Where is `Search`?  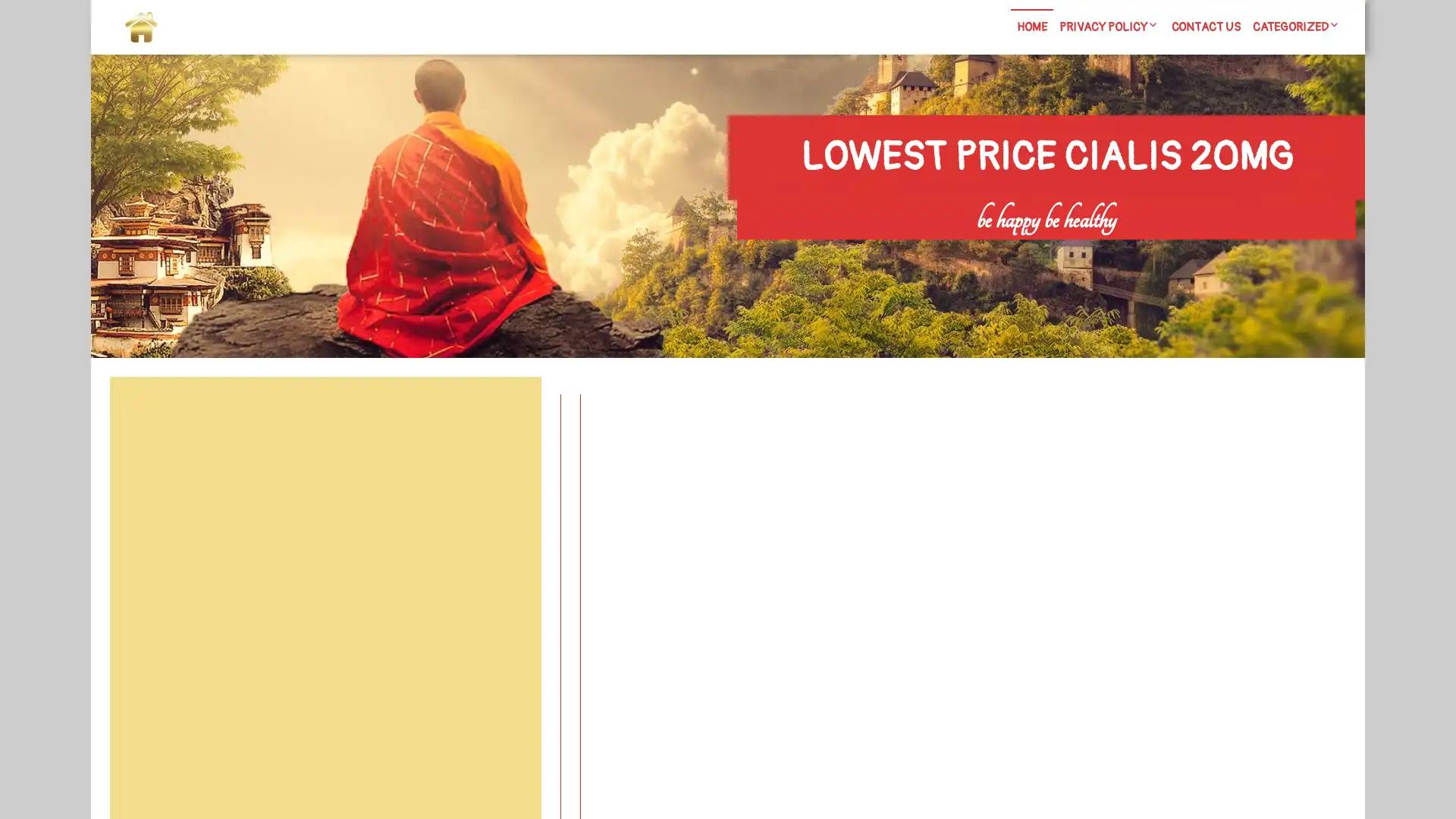
Search is located at coordinates (1181, 248).